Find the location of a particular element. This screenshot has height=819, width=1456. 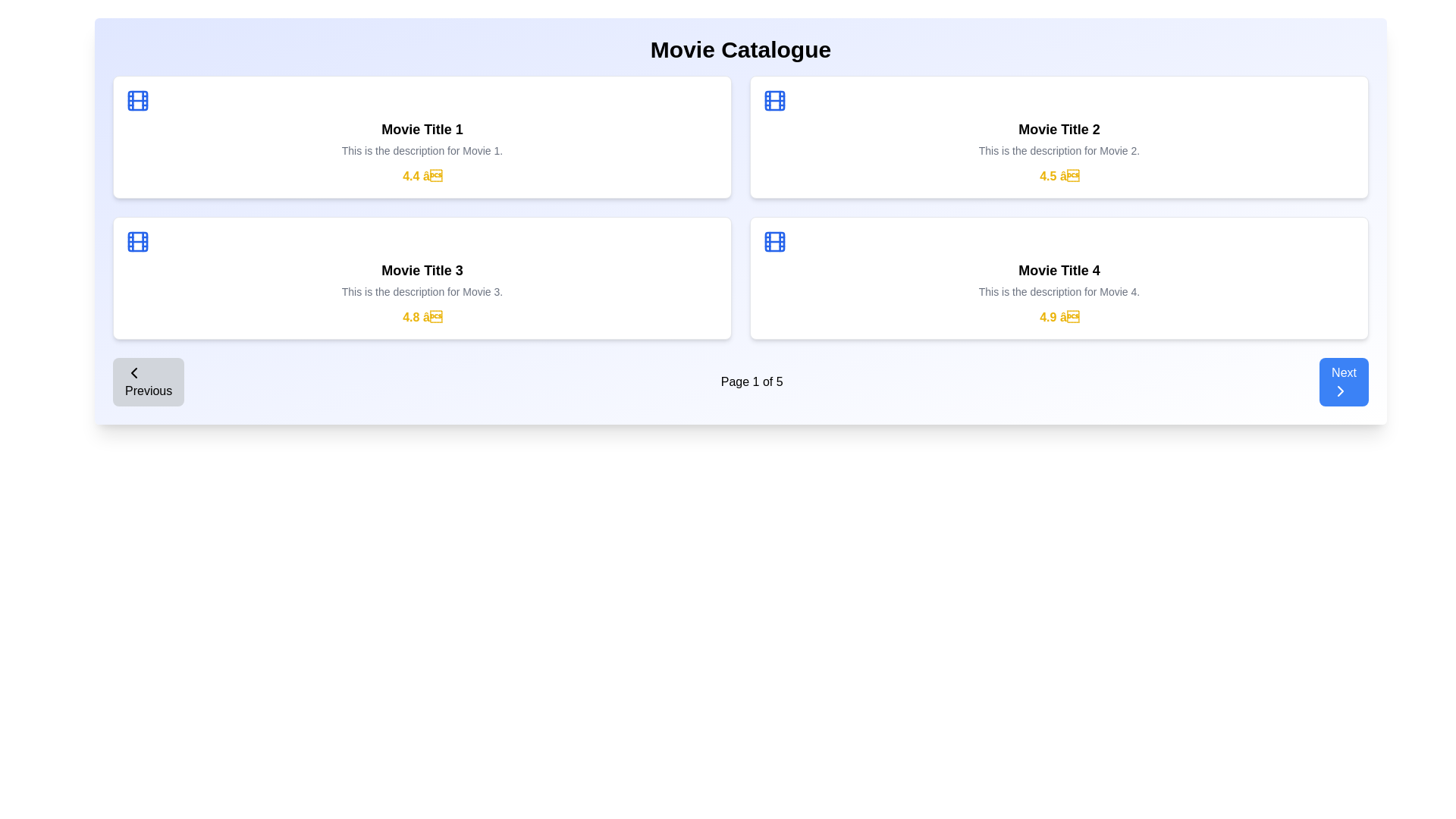

the interactive presentation card displaying 'Movie Title 3' with a yellow rating score '4.8' located in the third slot of the grid layout is located at coordinates (422, 278).